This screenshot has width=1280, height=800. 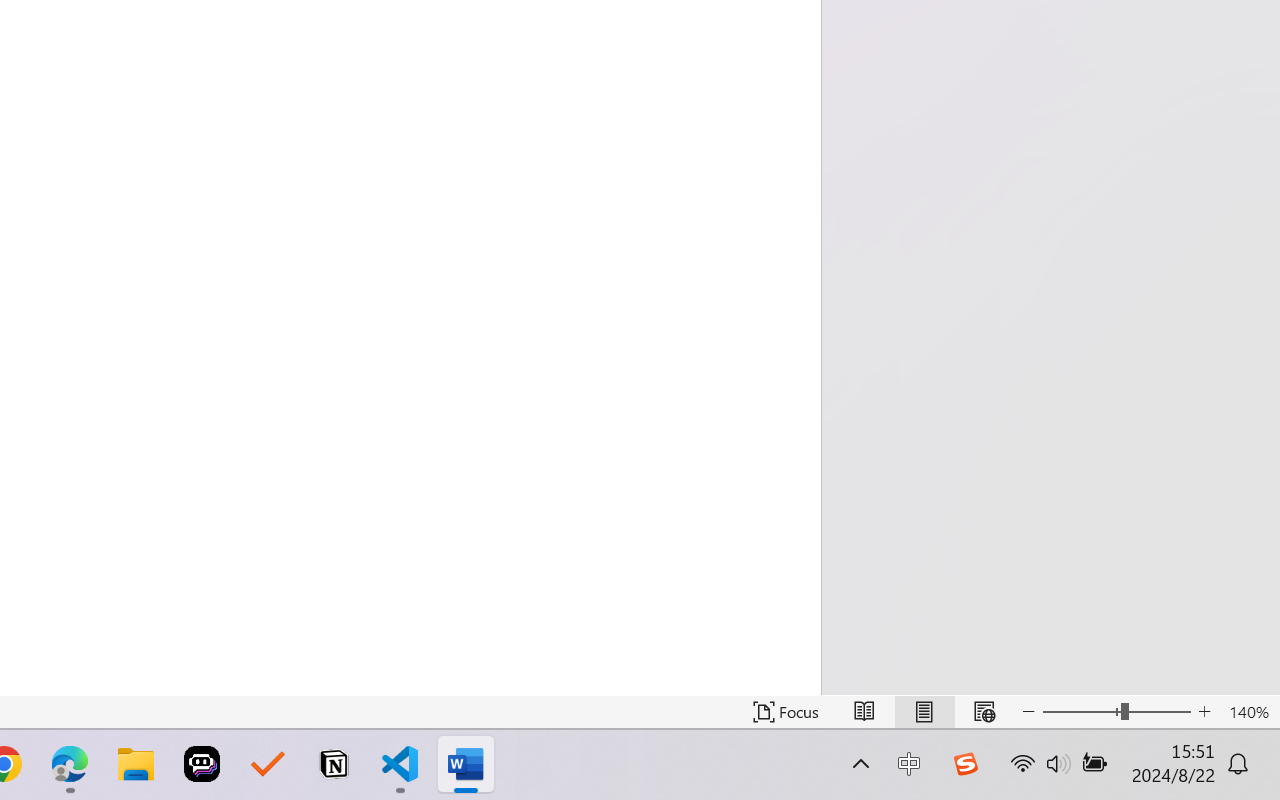 What do you see at coordinates (864, 711) in the screenshot?
I see `'Read Mode'` at bounding box center [864, 711].